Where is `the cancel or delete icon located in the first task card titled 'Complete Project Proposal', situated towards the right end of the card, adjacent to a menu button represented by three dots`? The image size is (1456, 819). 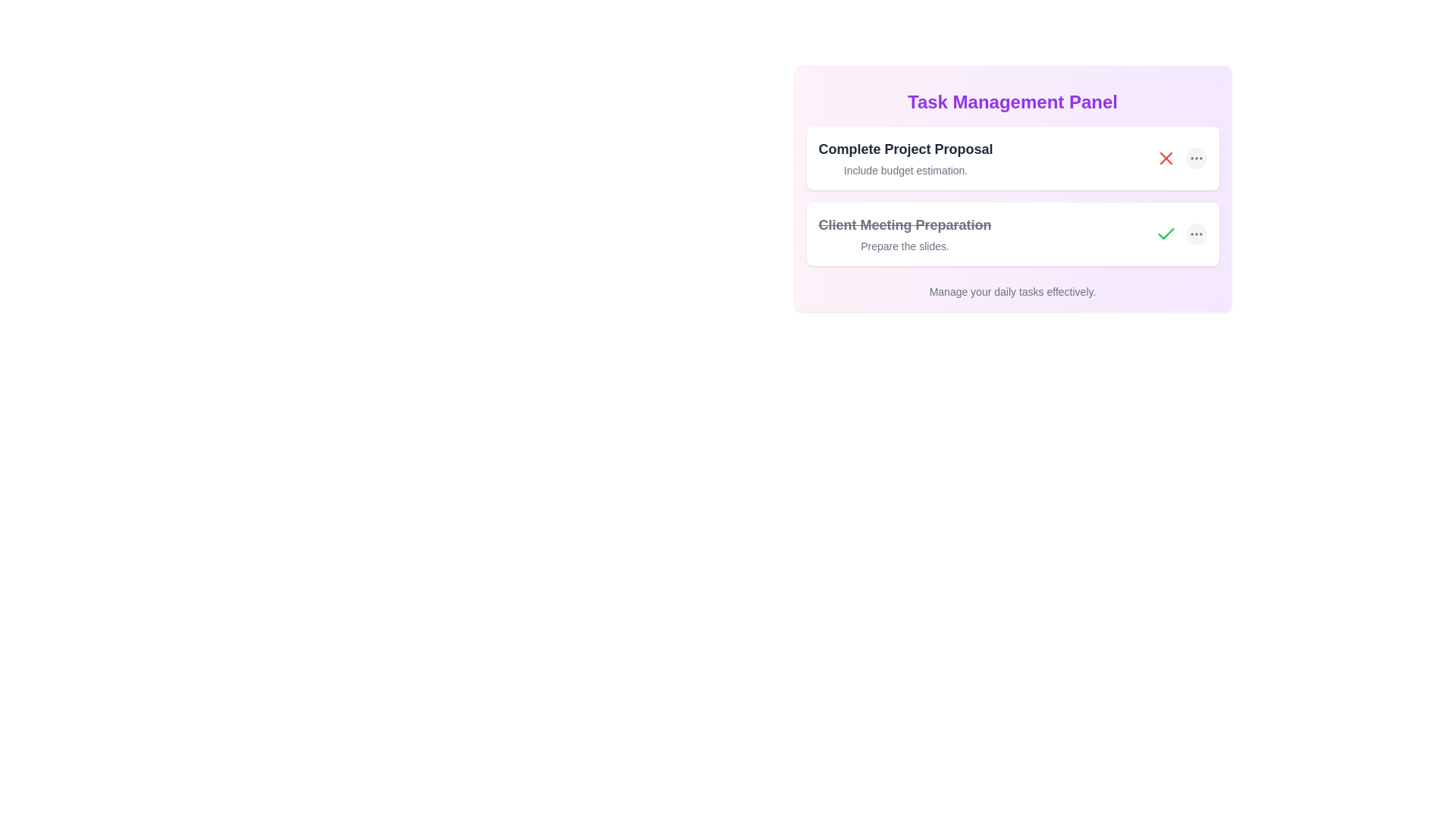
the cancel or delete icon located in the first task card titled 'Complete Project Proposal', situated towards the right end of the card, adjacent to a menu button represented by three dots is located at coordinates (1165, 158).